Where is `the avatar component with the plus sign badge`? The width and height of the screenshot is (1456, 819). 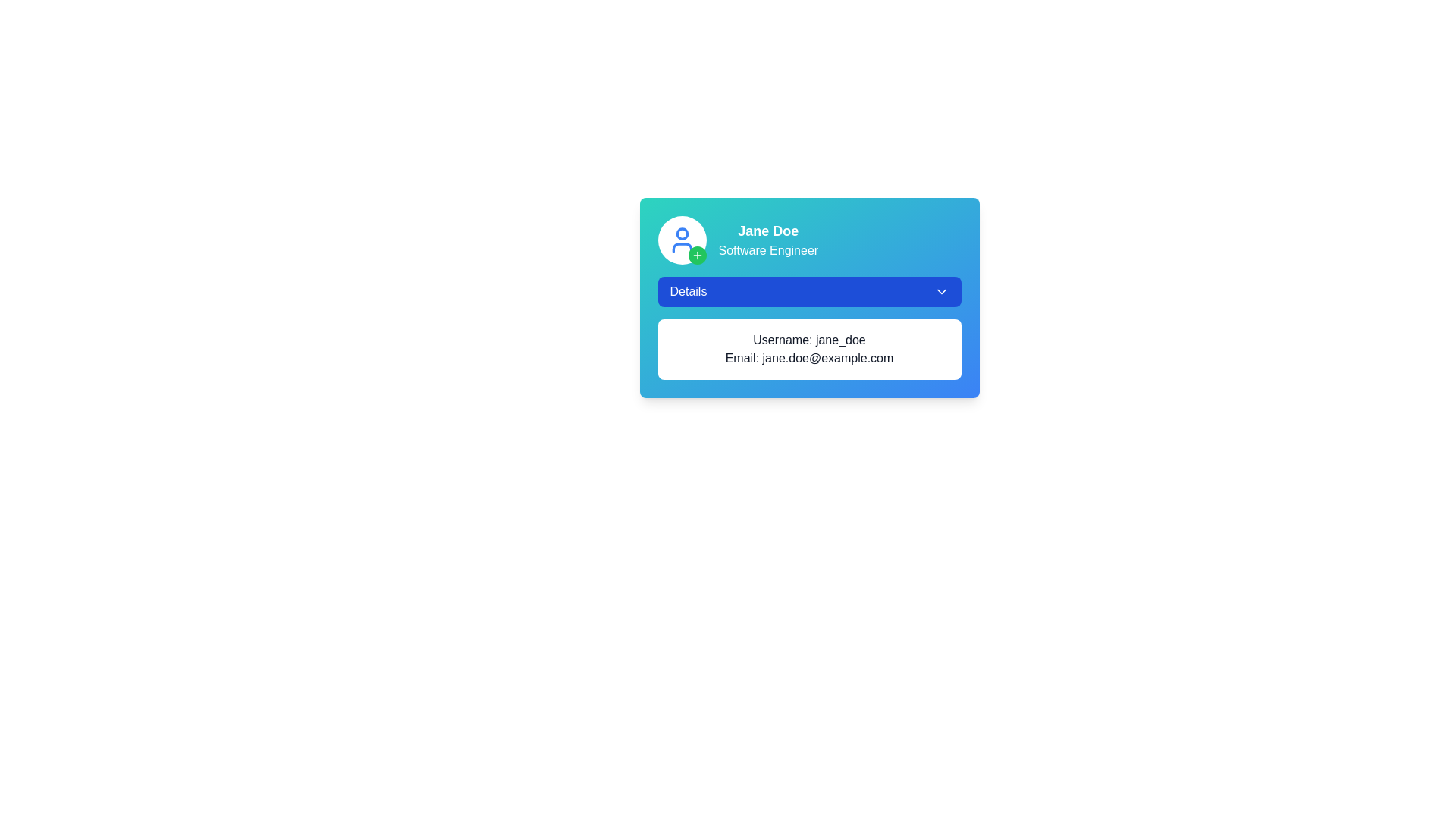
the avatar component with the plus sign badge is located at coordinates (681, 239).